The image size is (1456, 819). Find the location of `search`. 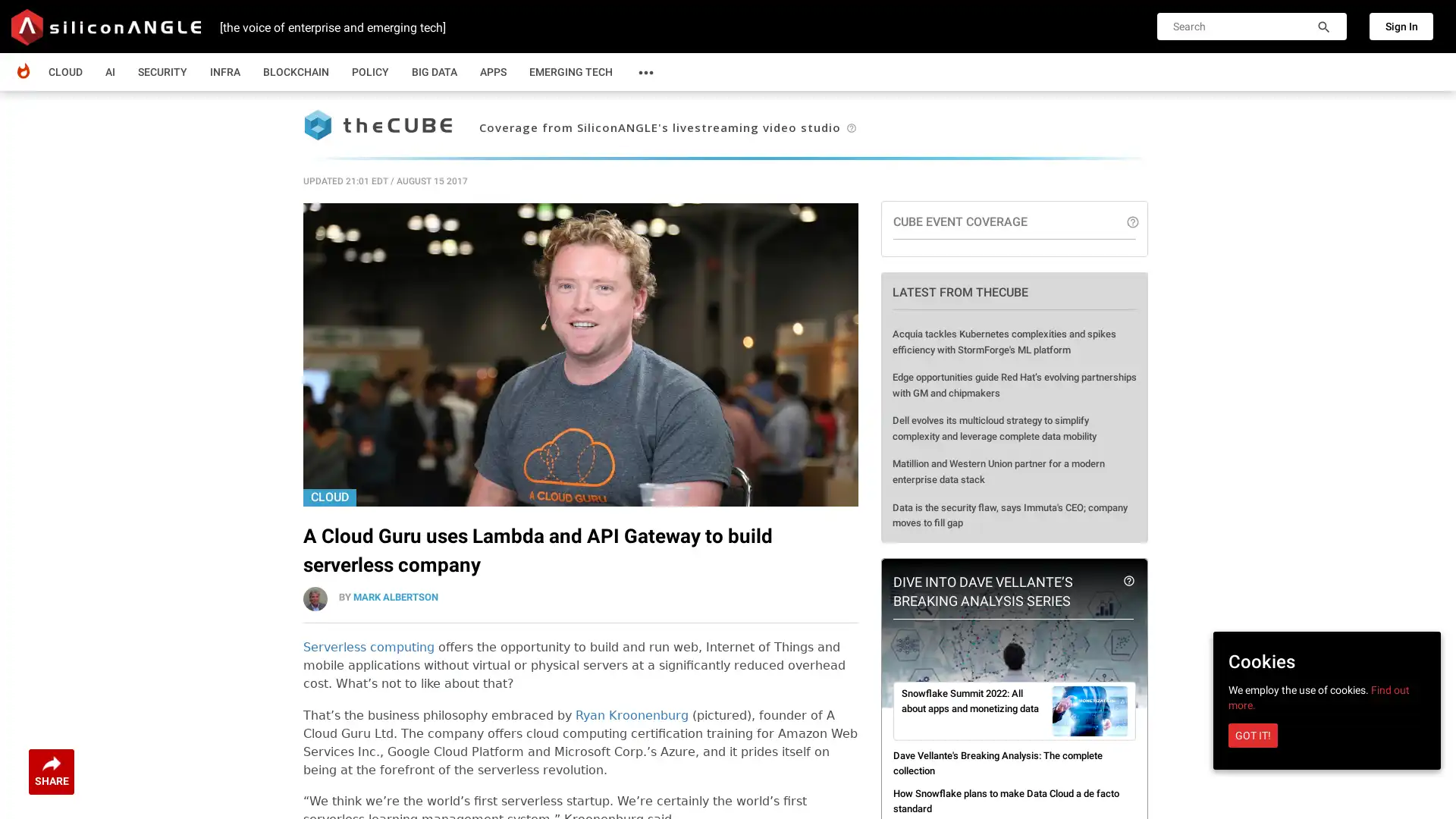

search is located at coordinates (1323, 29).